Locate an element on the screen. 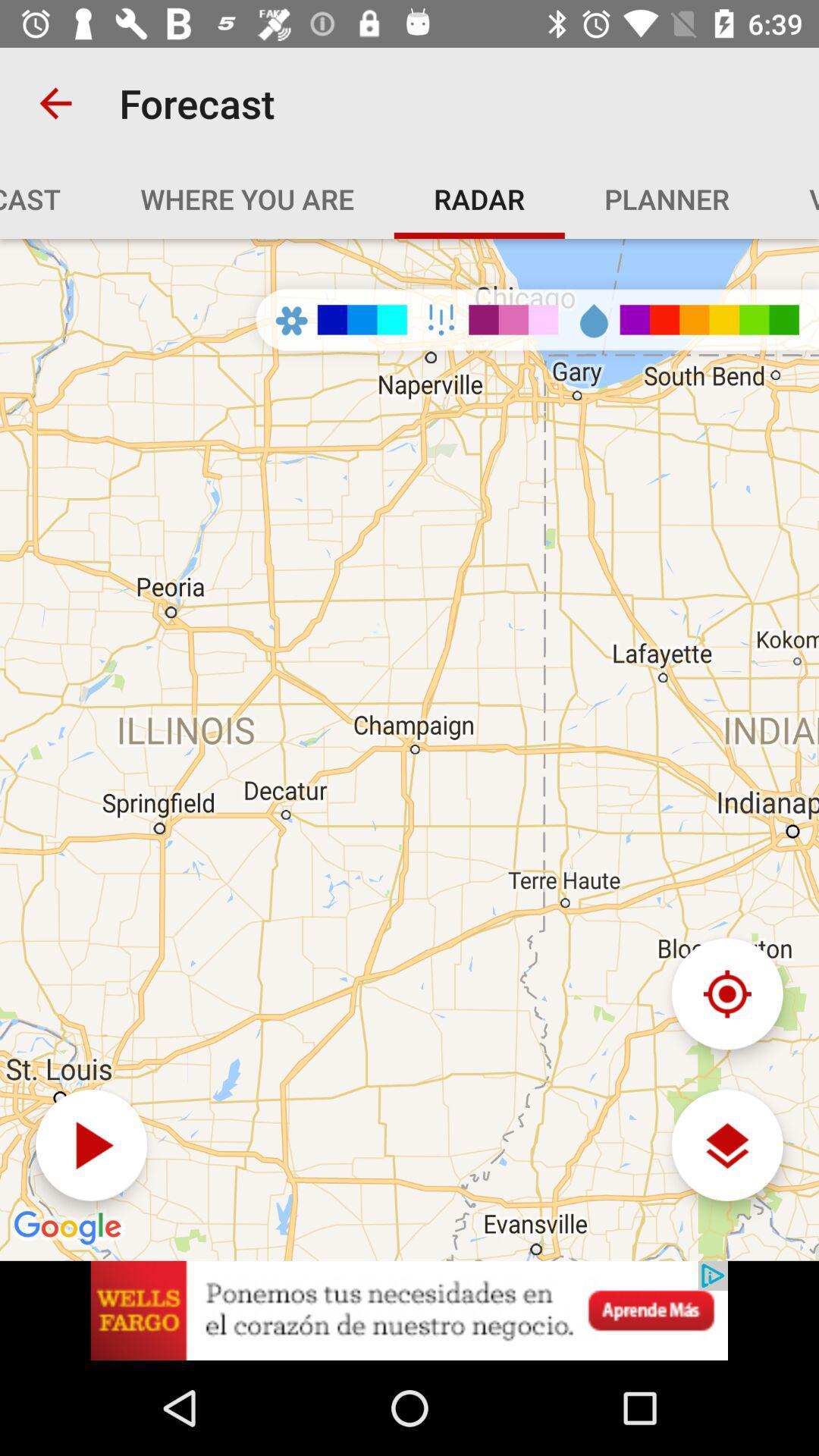  advertisement banner is located at coordinates (409, 1310).